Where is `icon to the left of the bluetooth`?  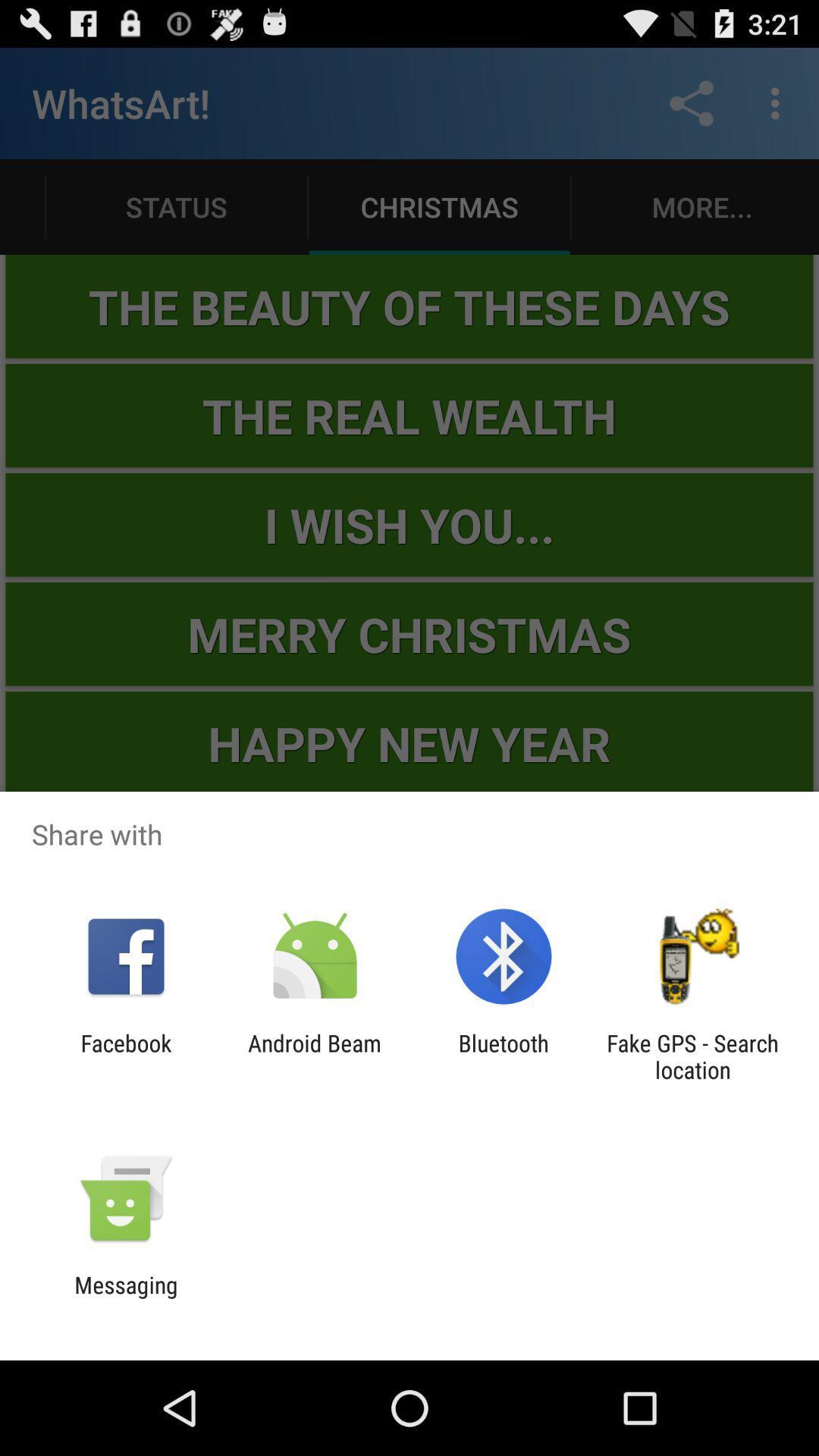 icon to the left of the bluetooth is located at coordinates (314, 1056).